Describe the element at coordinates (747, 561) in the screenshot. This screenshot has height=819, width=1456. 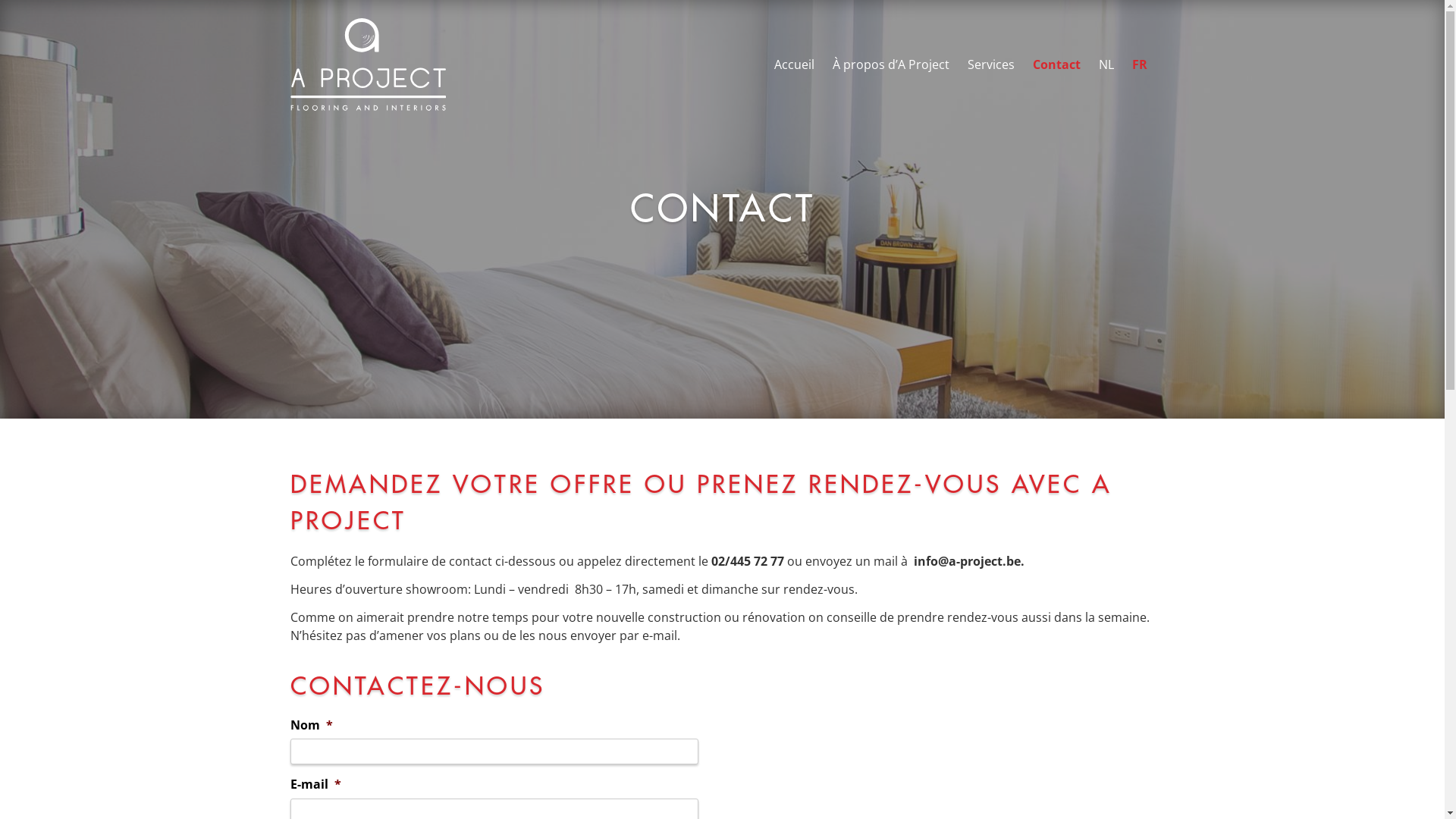
I see `'02/445 72 77'` at that location.